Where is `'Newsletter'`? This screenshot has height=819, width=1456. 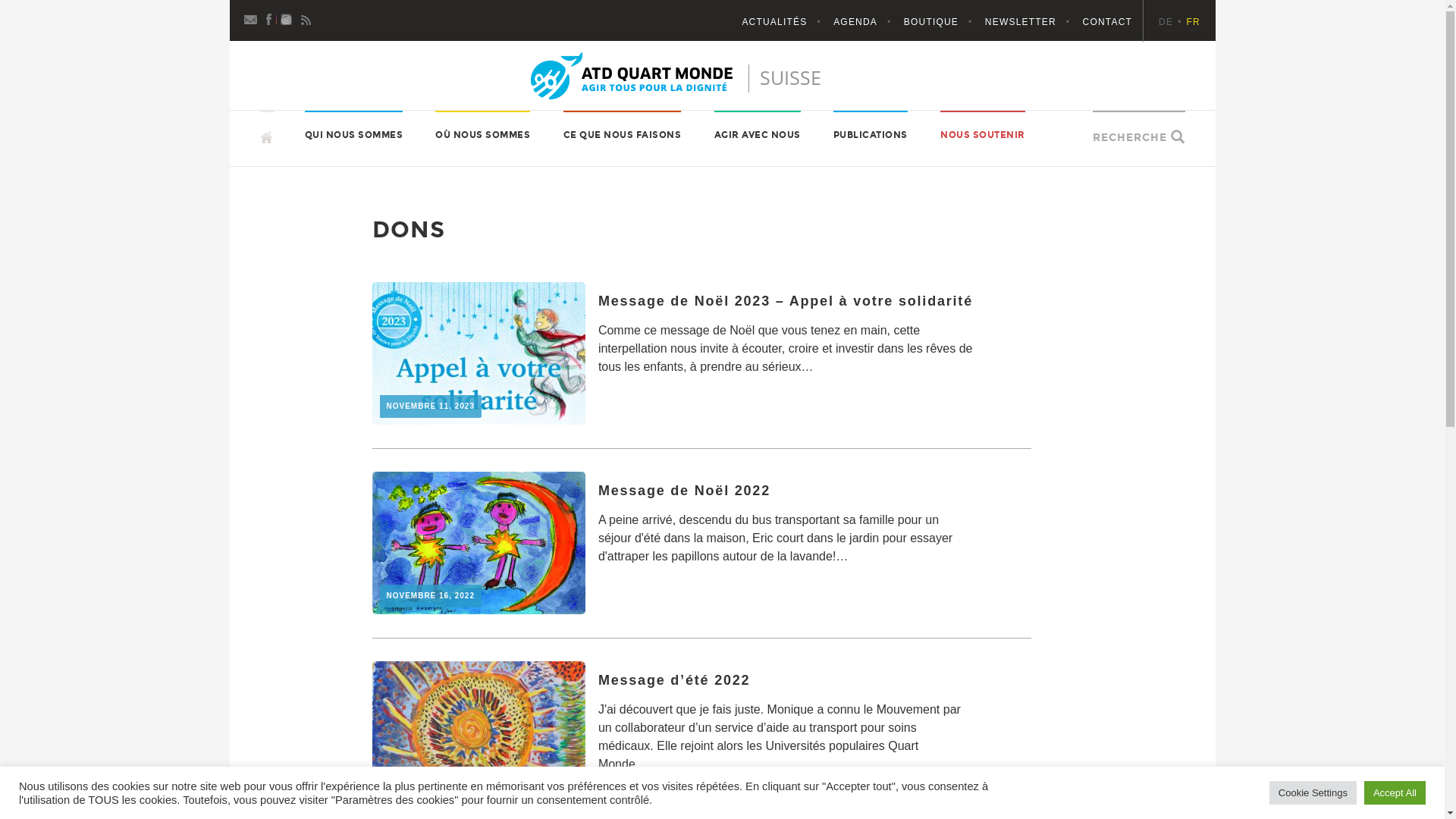 'Newsletter' is located at coordinates (251, 17).